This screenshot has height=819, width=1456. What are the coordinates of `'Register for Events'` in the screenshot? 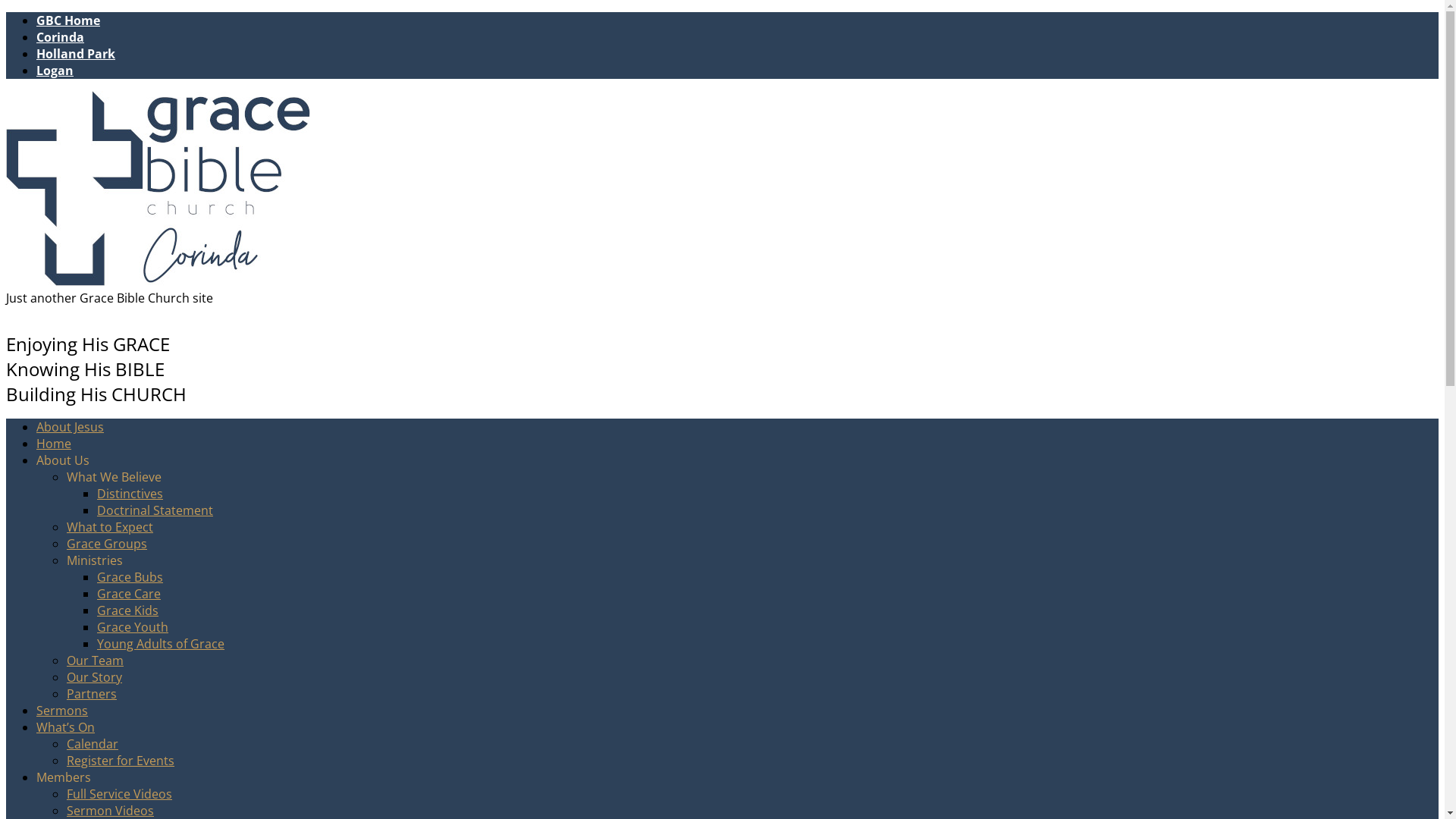 It's located at (119, 760).